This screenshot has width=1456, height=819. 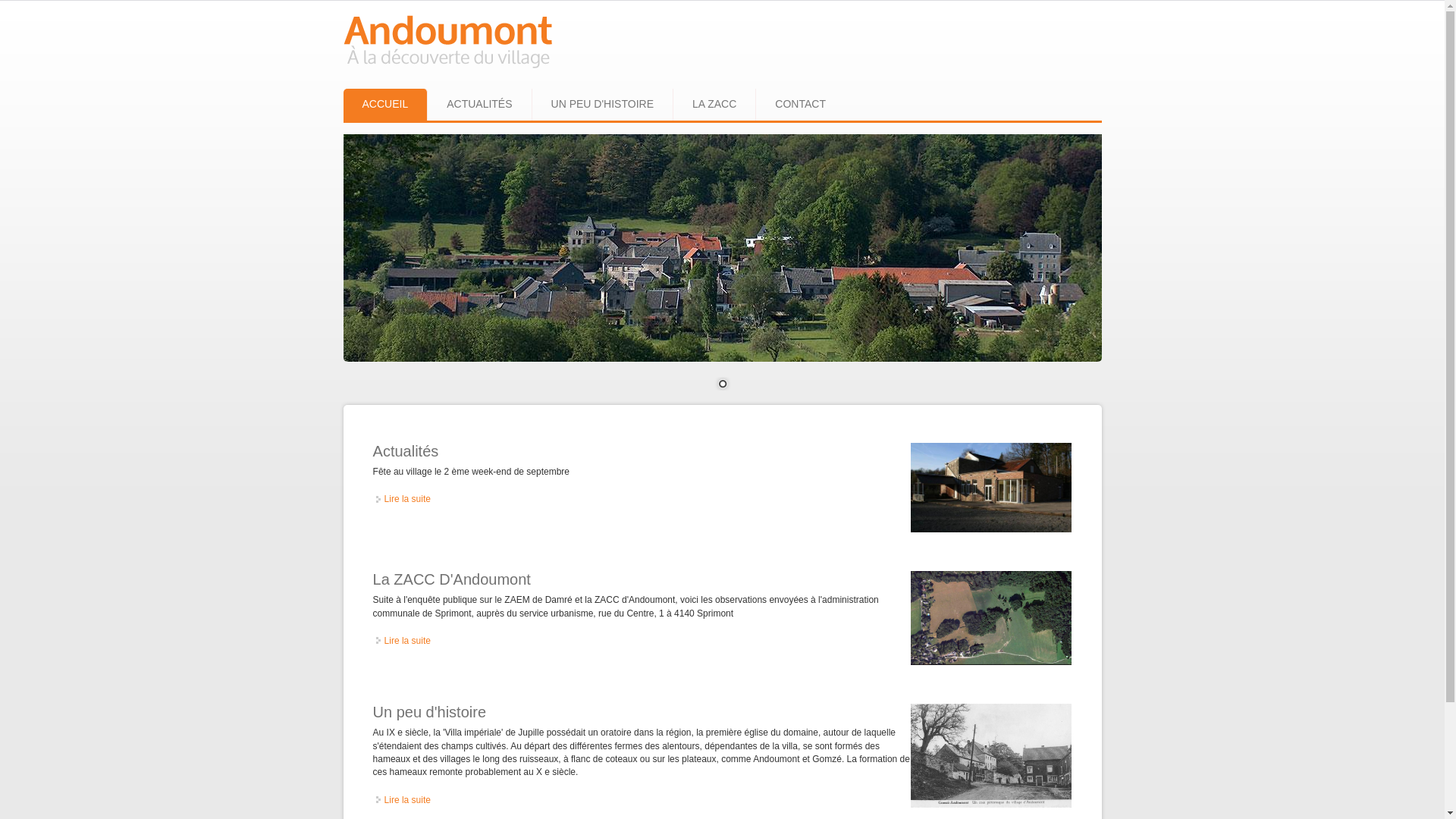 What do you see at coordinates (602, 103) in the screenshot?
I see `'UN PEU D'HISTOIRE'` at bounding box center [602, 103].